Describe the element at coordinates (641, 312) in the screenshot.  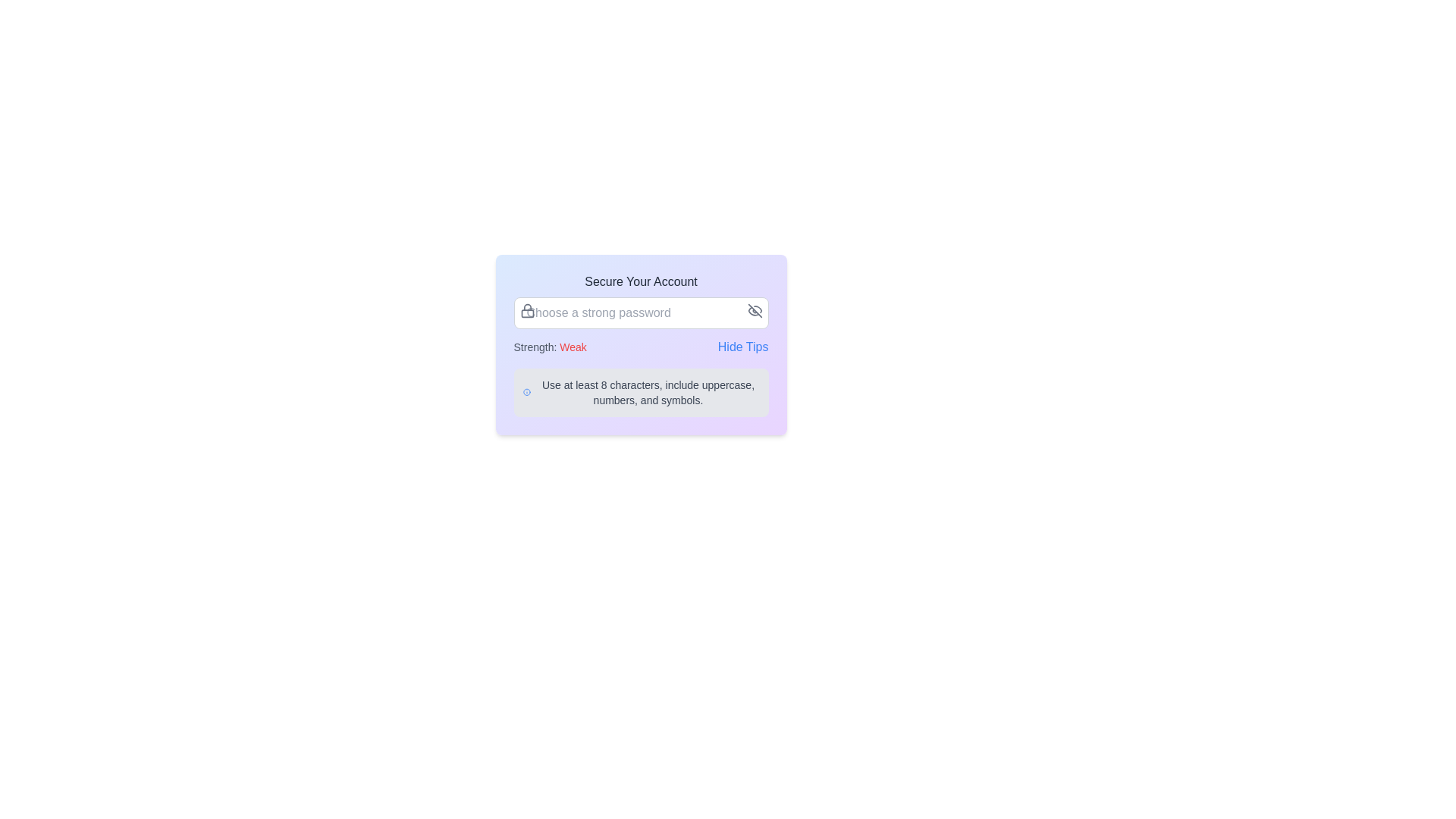
I see `the password input field located below the title 'Secure Your Account'` at that location.